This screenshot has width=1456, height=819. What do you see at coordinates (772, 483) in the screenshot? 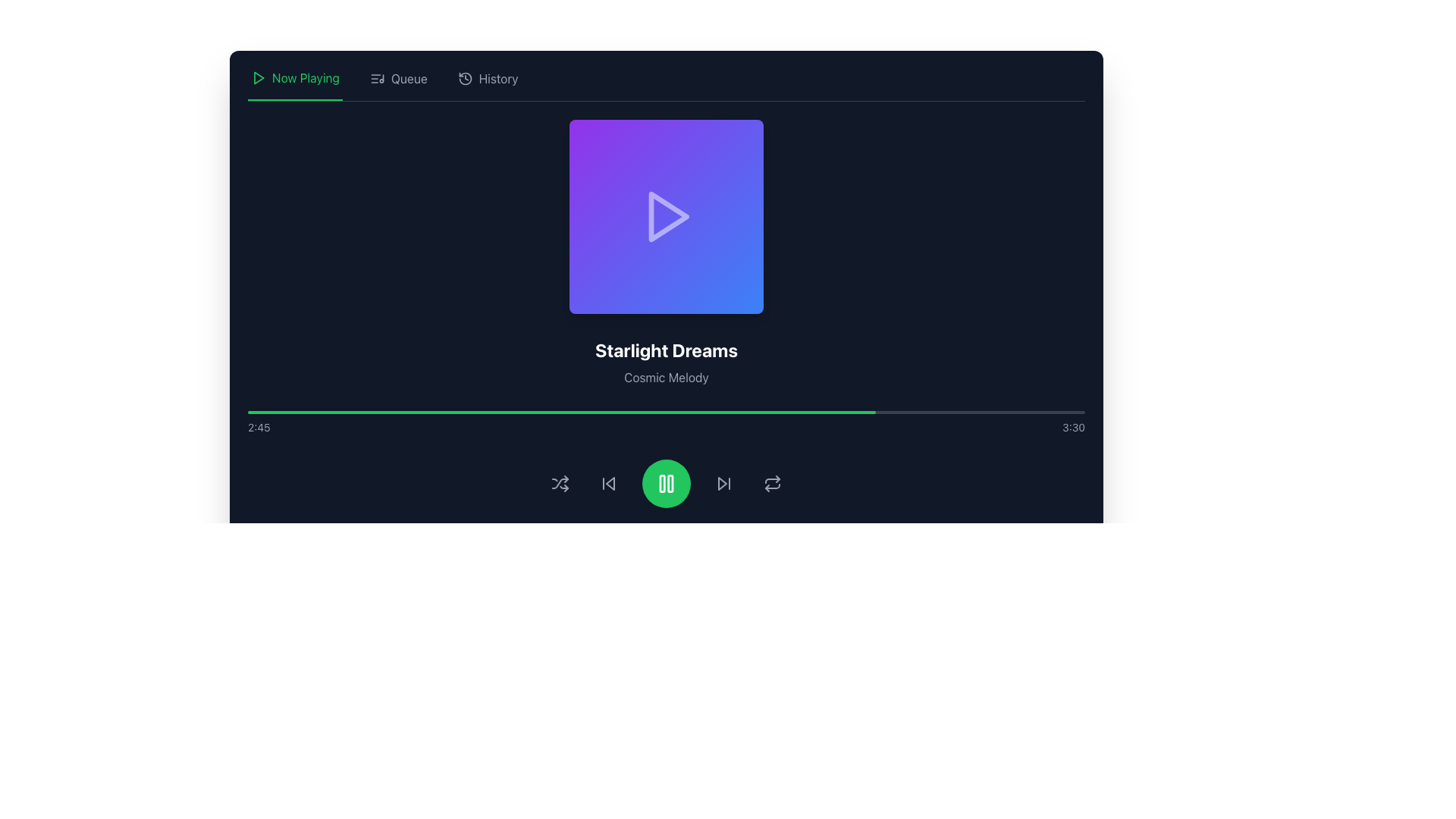
I see `the repeat functionality button located in the bottom control bar` at bounding box center [772, 483].